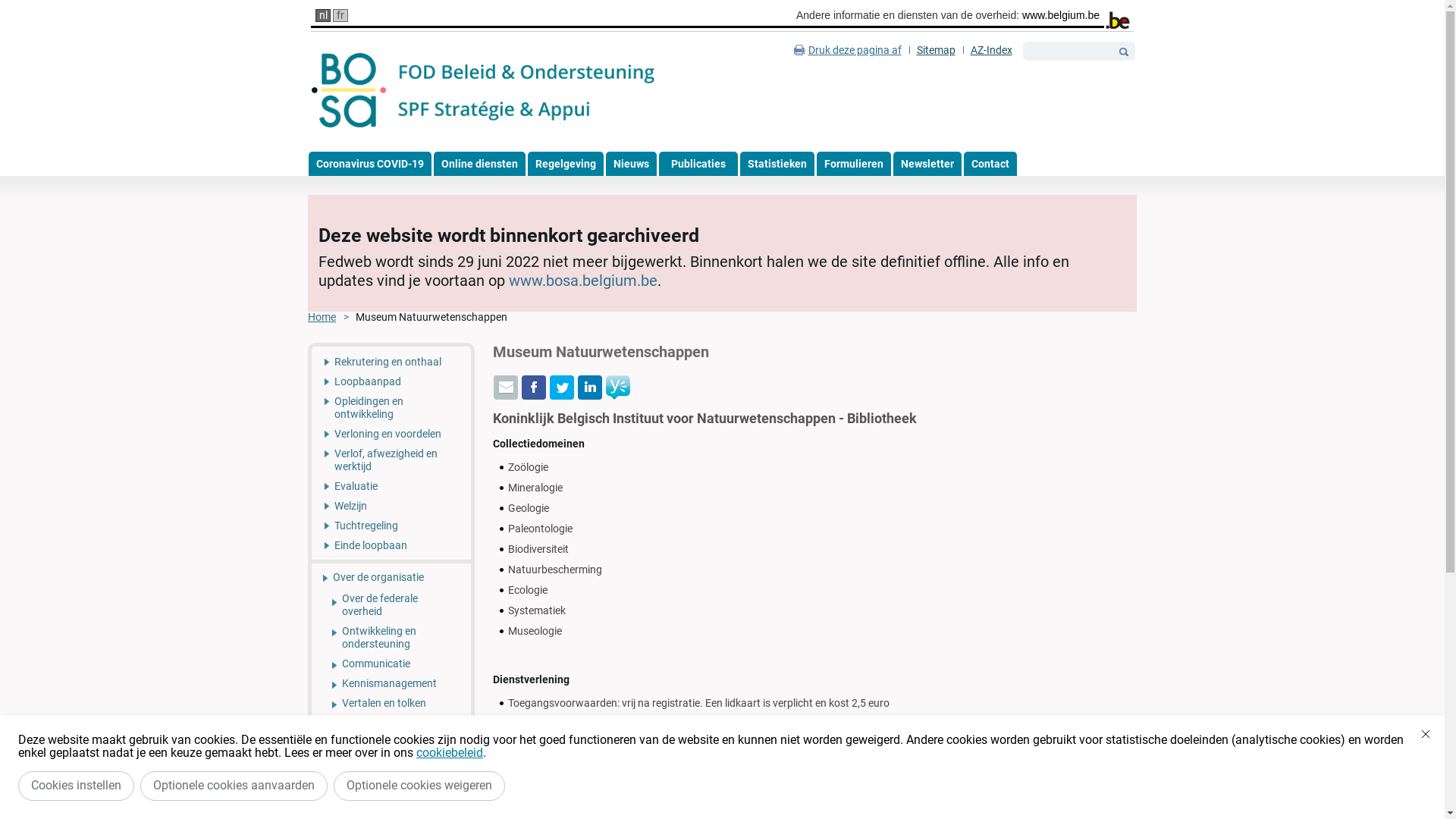 The image size is (1456, 819). What do you see at coordinates (311, 637) in the screenshot?
I see `'Ontwikkeling en ondersteuning'` at bounding box center [311, 637].